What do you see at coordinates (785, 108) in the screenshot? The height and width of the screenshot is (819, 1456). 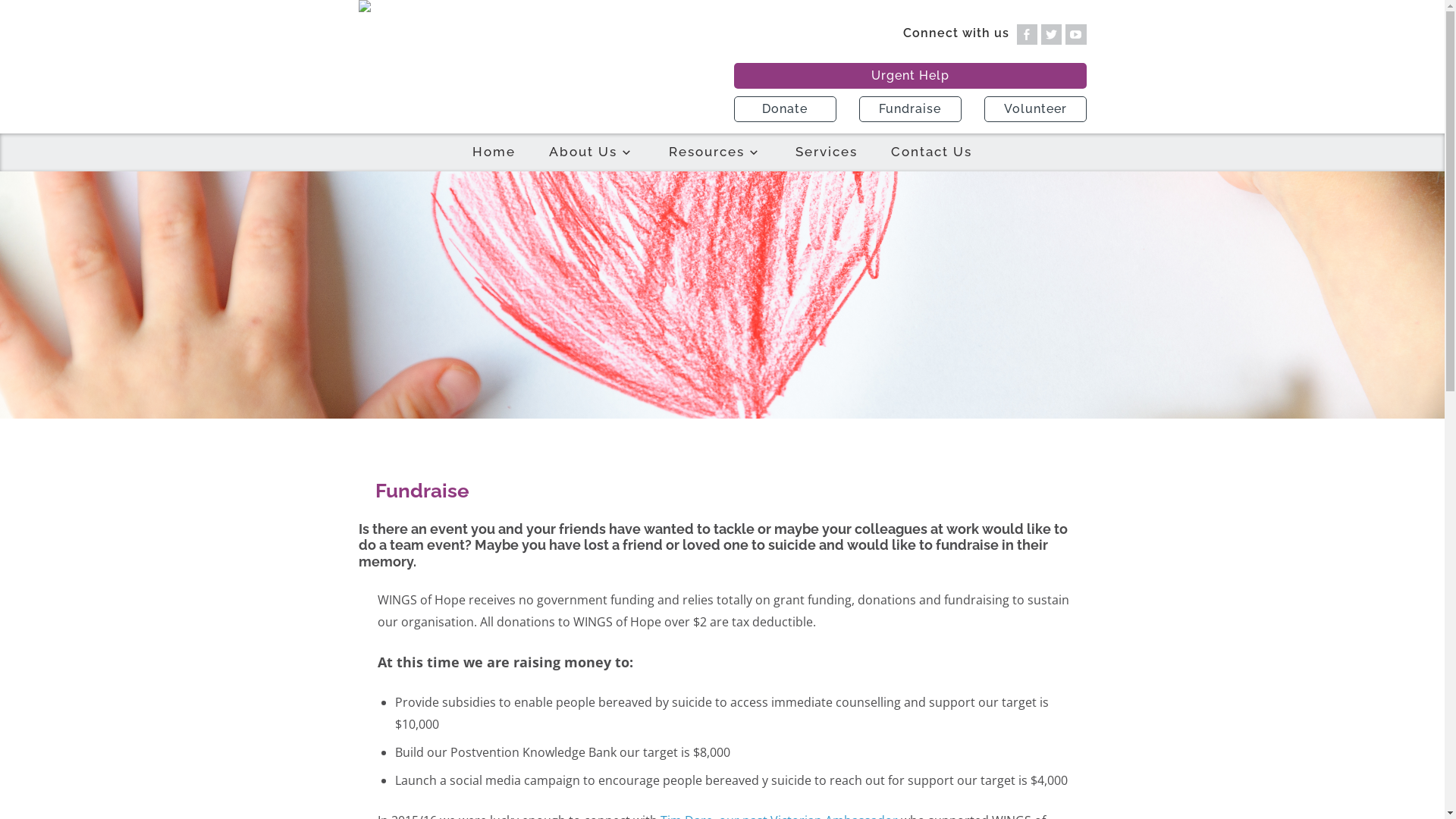 I see `'Donate'` at bounding box center [785, 108].